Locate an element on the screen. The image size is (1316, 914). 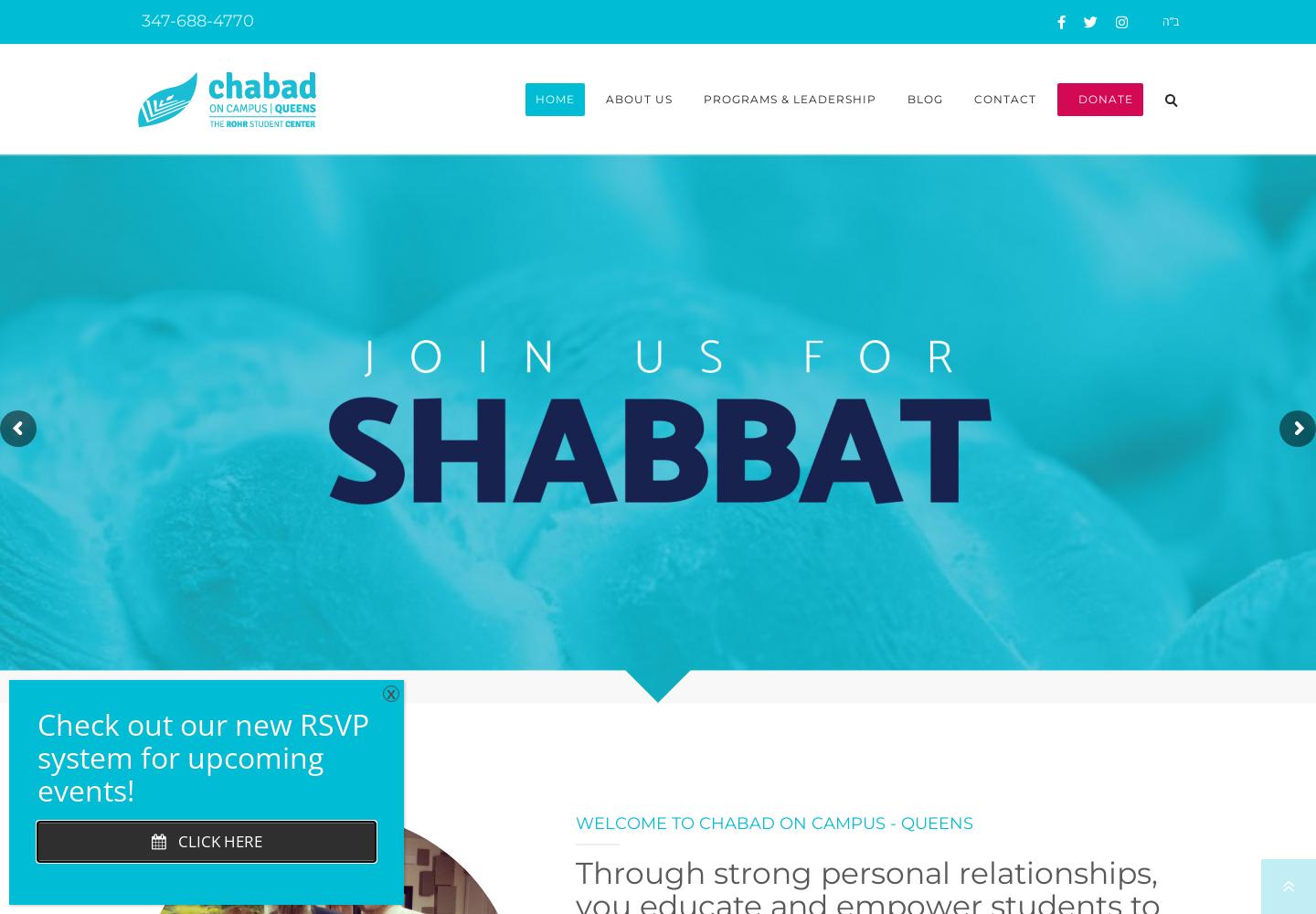
'Donate' is located at coordinates (1098, 98).